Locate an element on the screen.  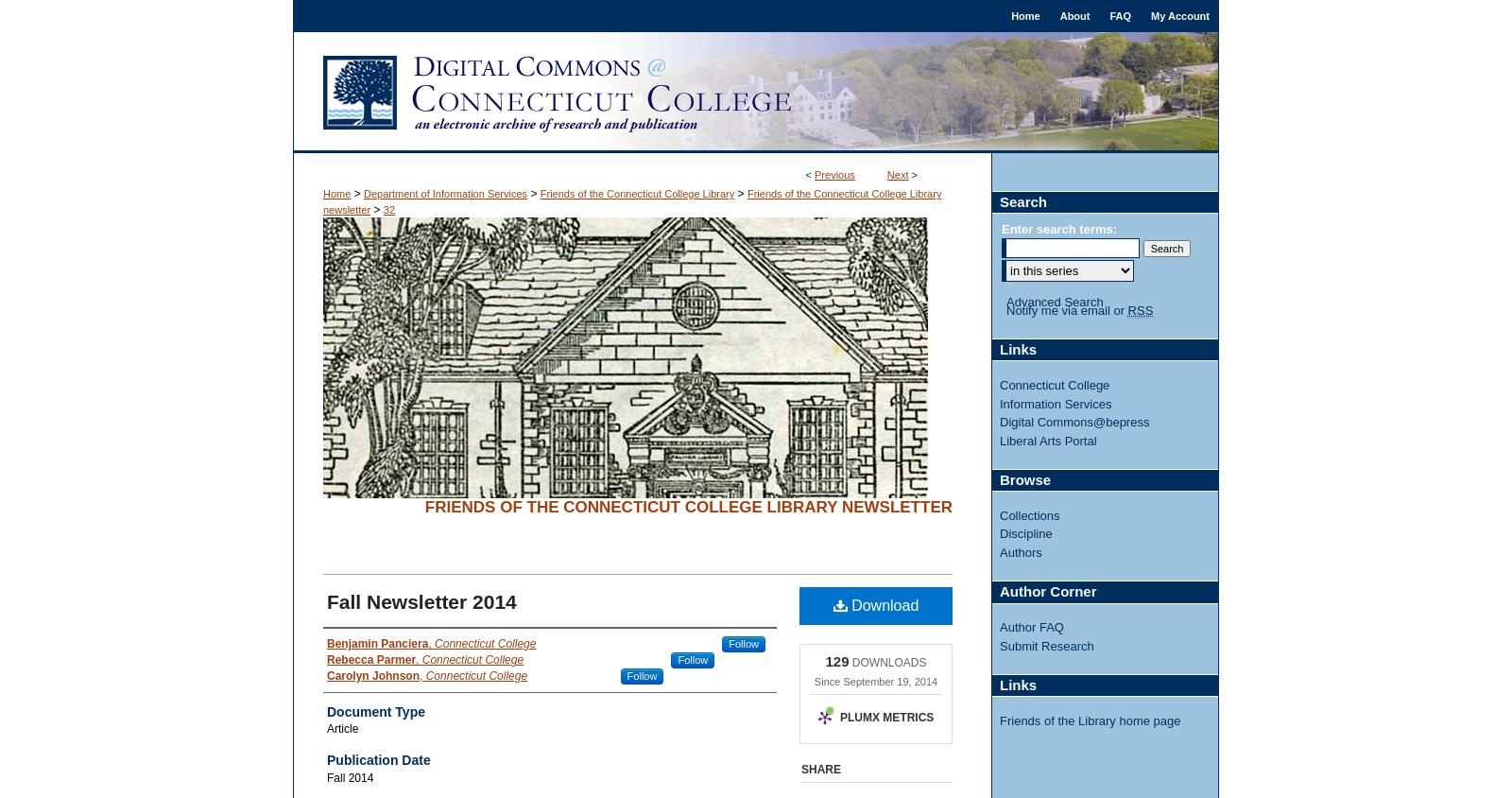
'Advanced Search' is located at coordinates (1055, 301).